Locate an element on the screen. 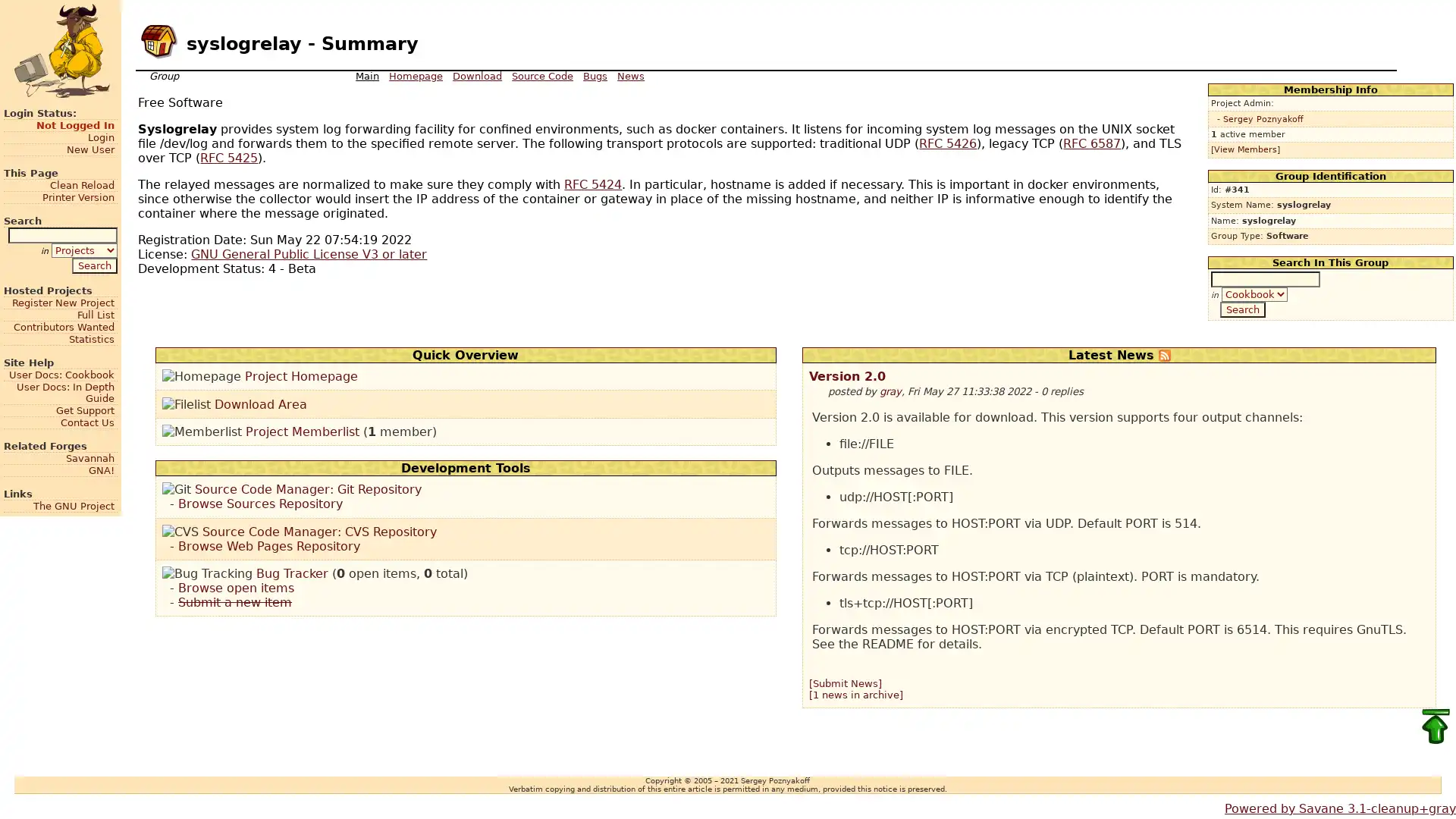 The height and width of the screenshot is (819, 1456). Search is located at coordinates (1241, 308).